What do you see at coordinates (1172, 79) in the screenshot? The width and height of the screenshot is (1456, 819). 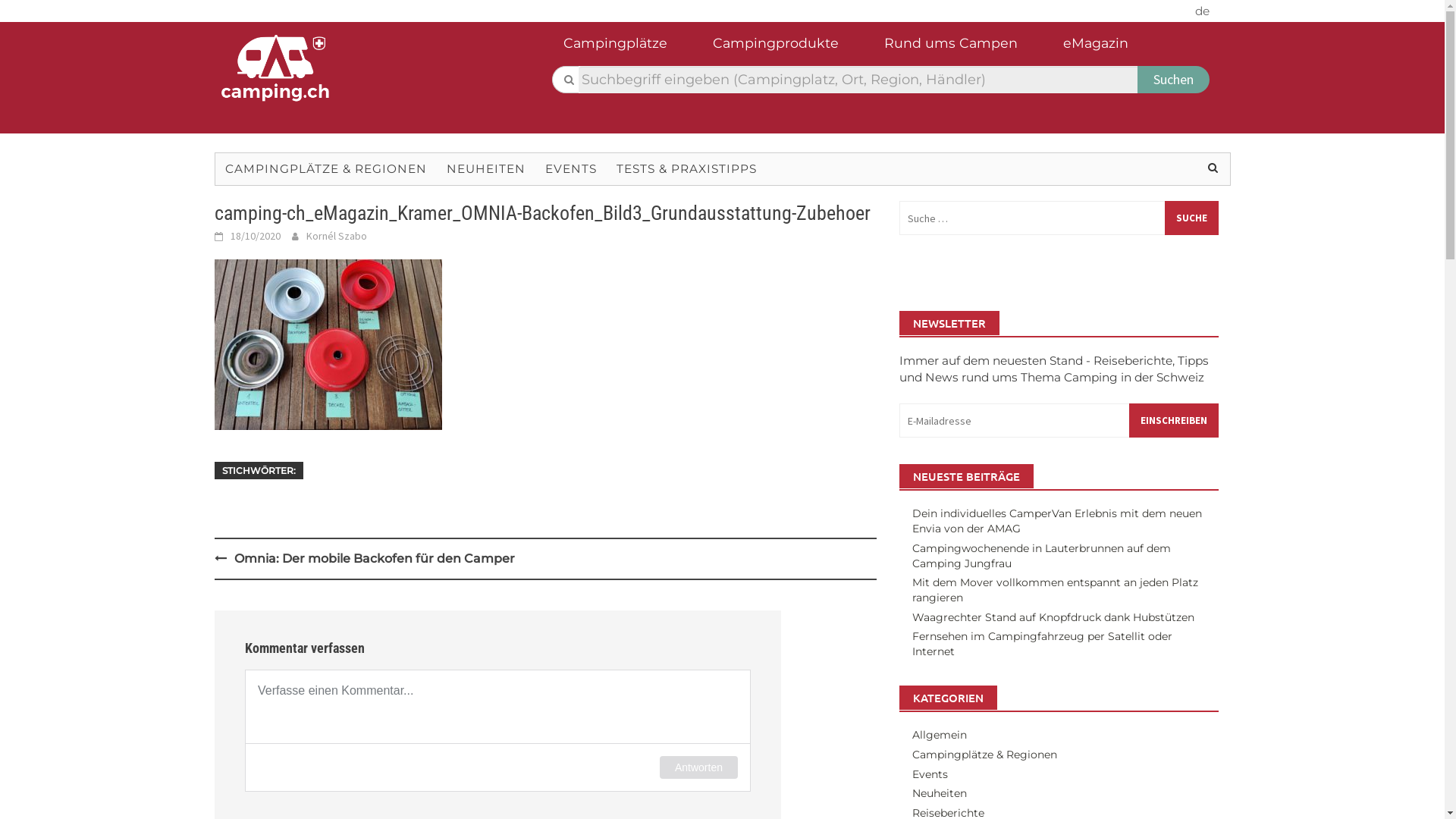 I see `'Suchen'` at bounding box center [1172, 79].